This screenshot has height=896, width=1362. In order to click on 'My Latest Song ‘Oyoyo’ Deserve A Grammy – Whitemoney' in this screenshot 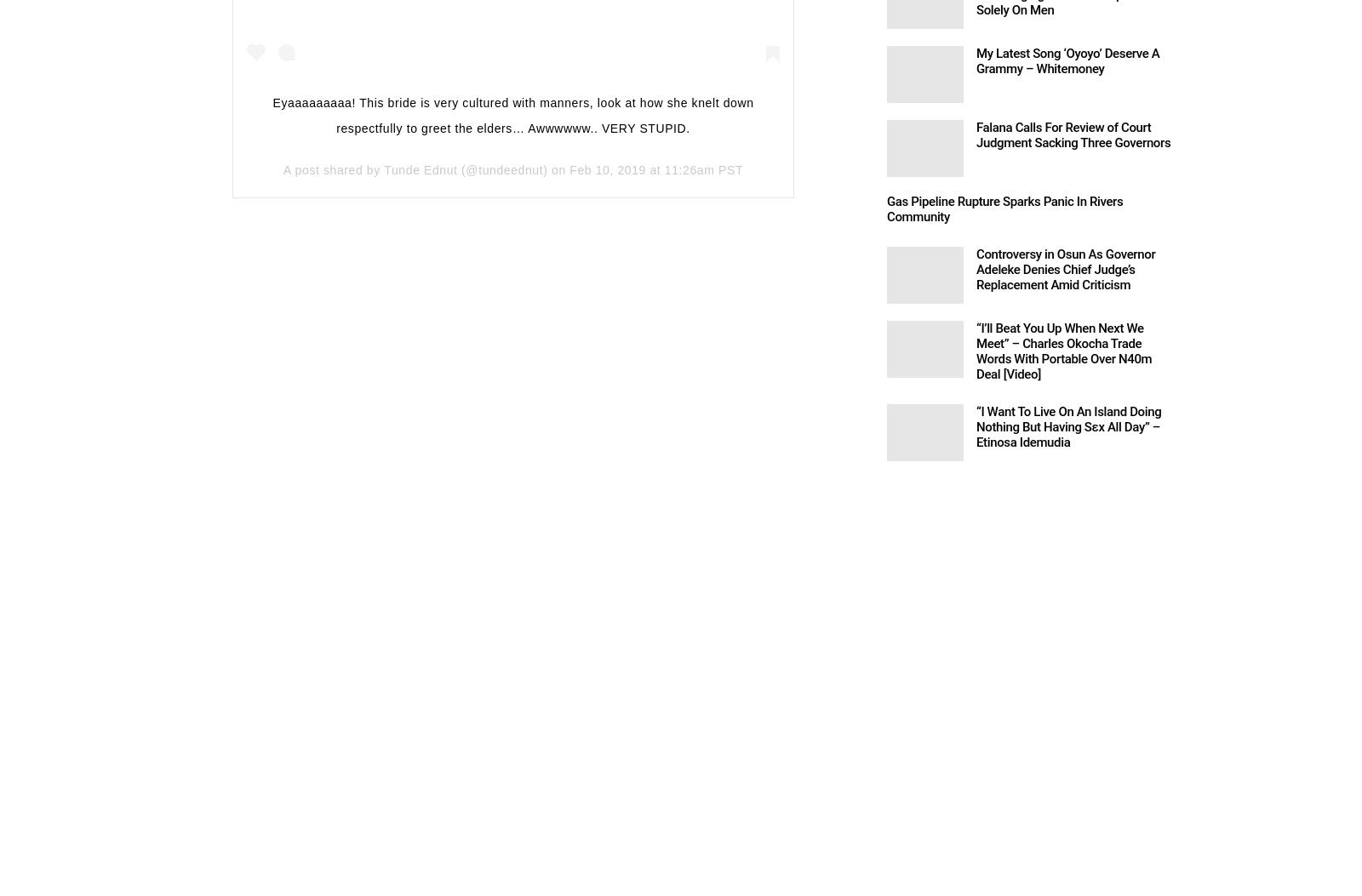, I will do `click(1067, 59)`.